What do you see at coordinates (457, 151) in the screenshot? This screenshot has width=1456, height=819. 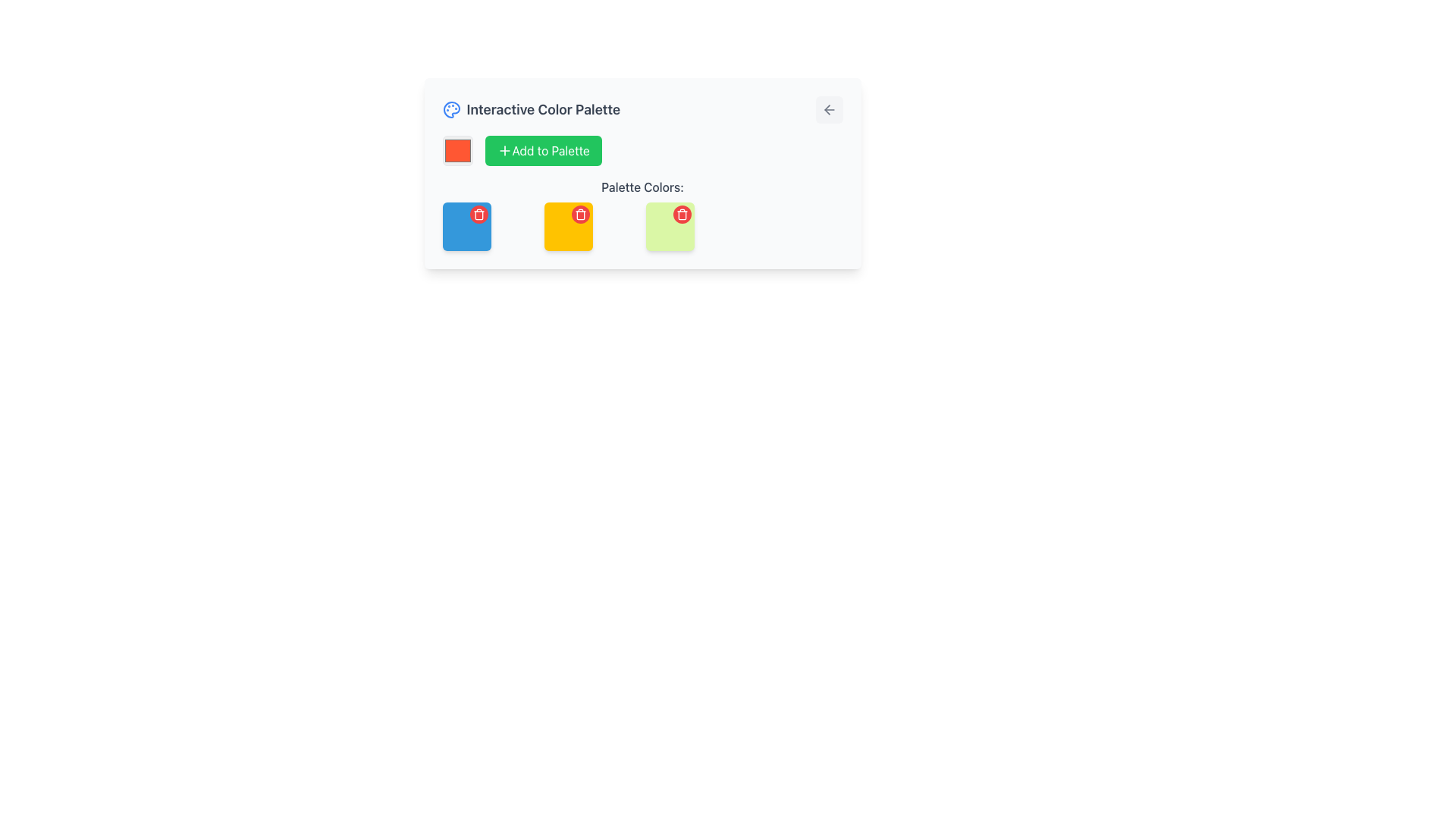 I see `the square-shaped color picker field with a red fill located next to the green button labeled 'Add to Palette'` at bounding box center [457, 151].